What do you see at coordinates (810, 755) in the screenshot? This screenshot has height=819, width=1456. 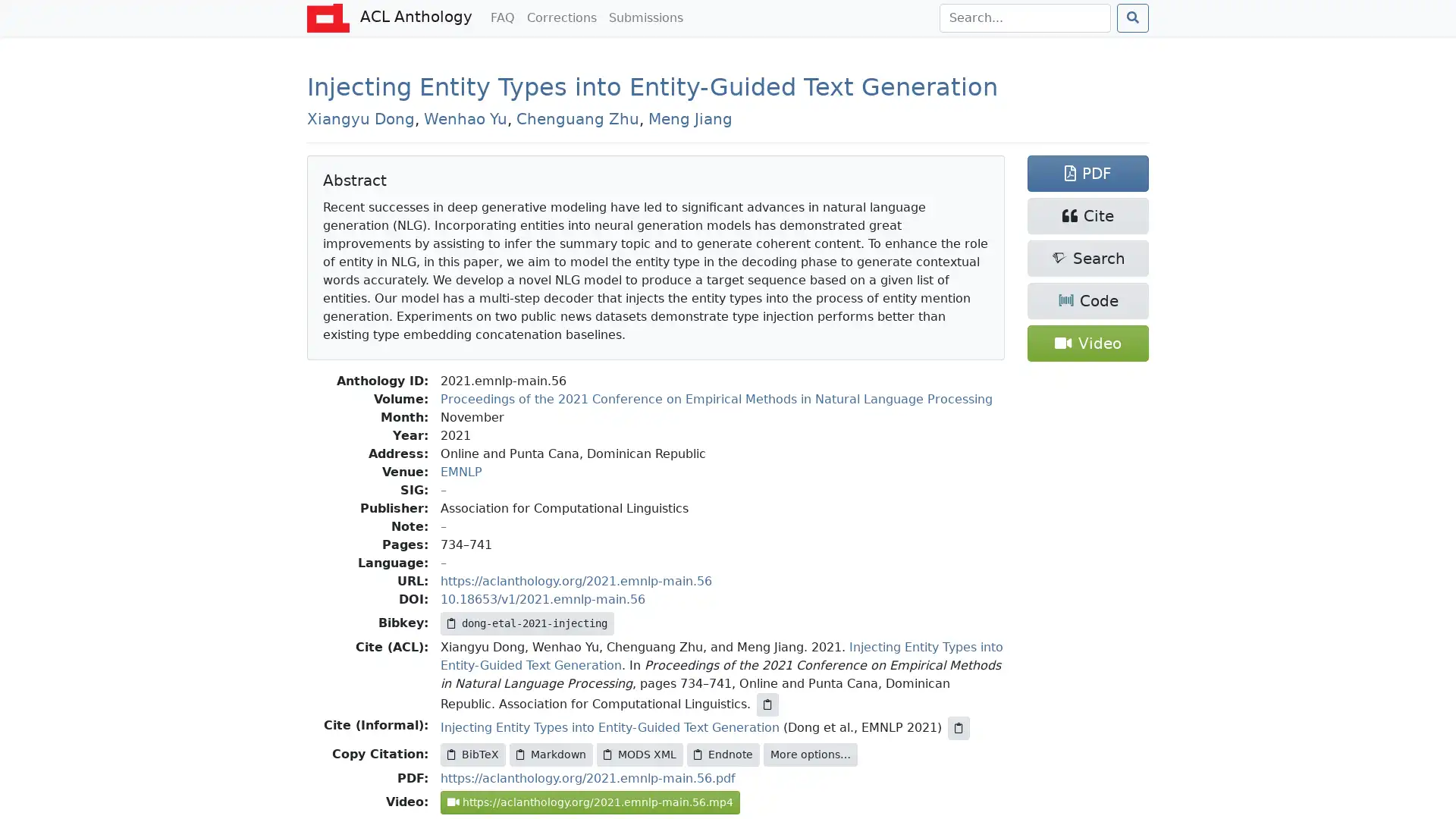 I see `More options...` at bounding box center [810, 755].